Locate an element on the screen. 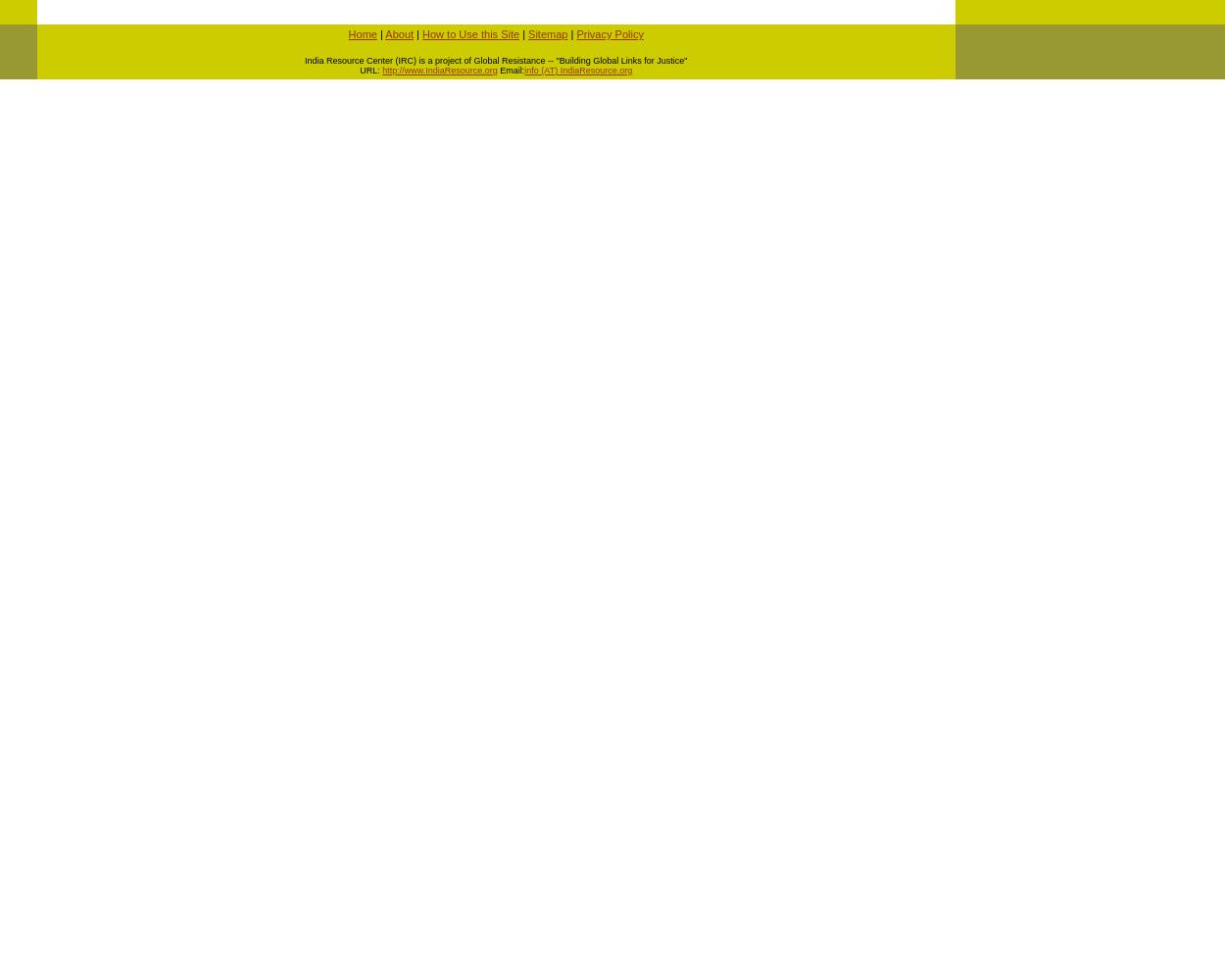  'Email:' is located at coordinates (511, 70).